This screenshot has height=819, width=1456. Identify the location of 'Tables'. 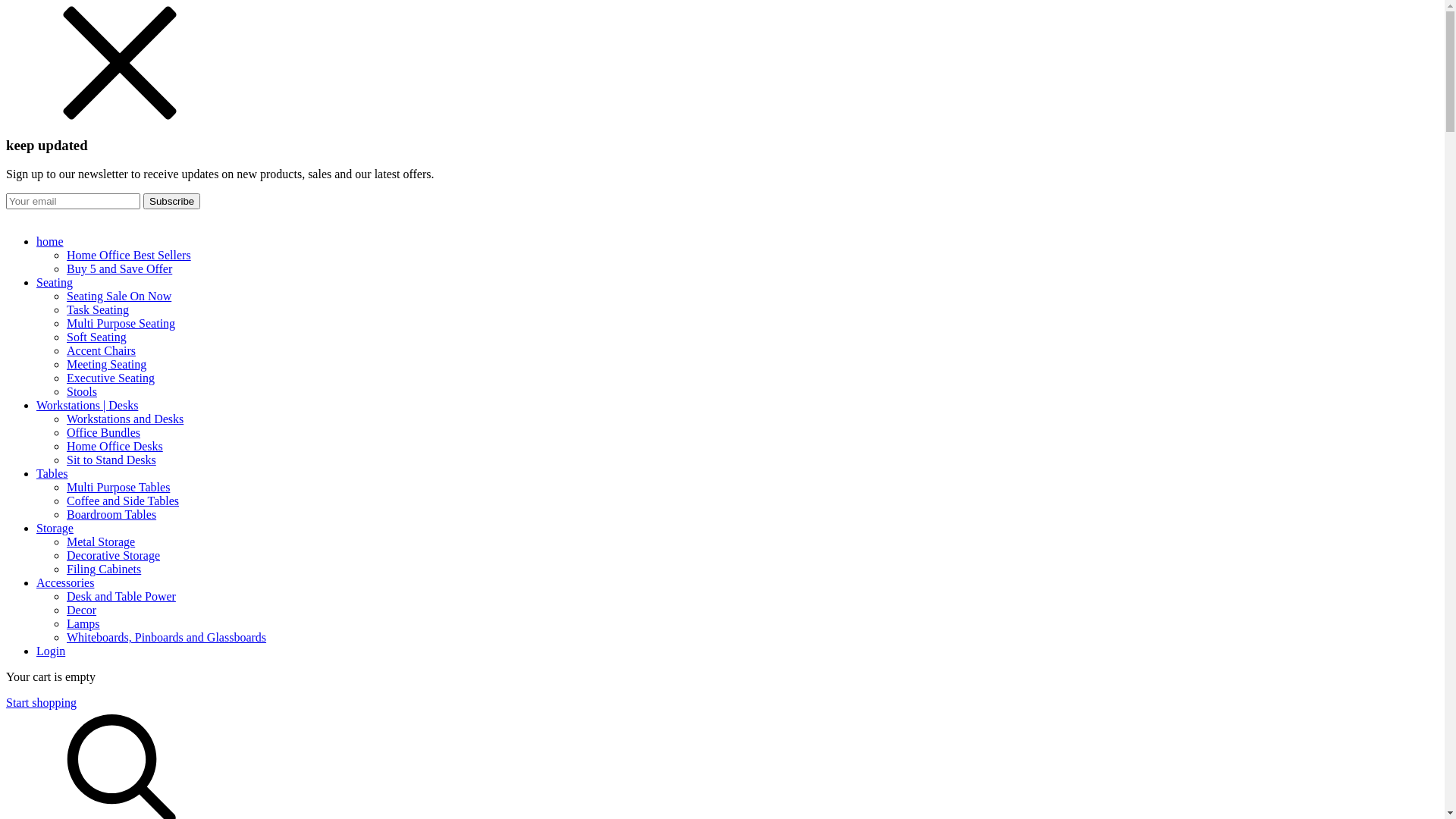
(737, 472).